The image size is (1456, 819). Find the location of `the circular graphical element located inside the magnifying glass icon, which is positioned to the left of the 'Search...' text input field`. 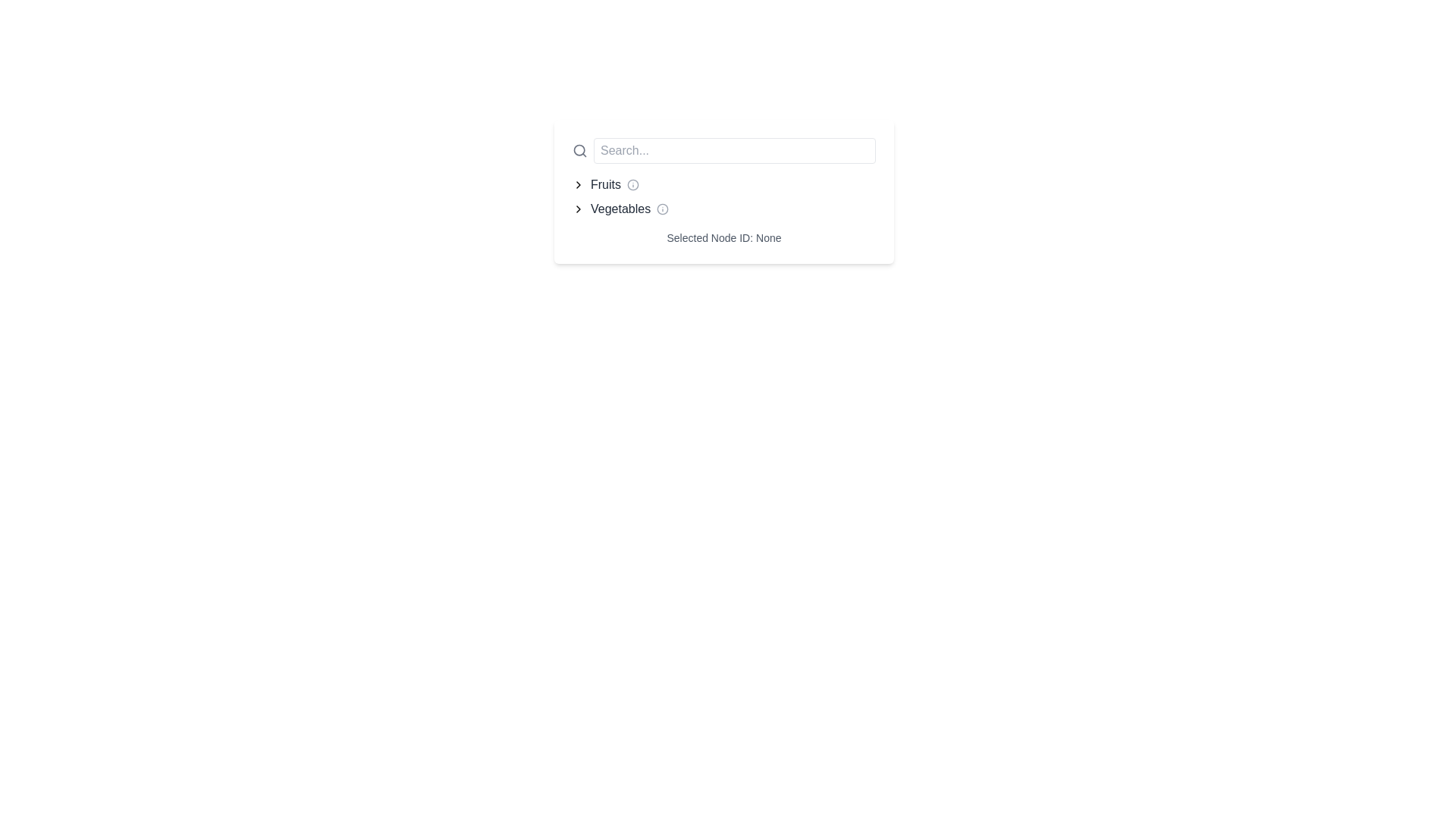

the circular graphical element located inside the magnifying glass icon, which is positioned to the left of the 'Search...' text input field is located at coordinates (579, 150).